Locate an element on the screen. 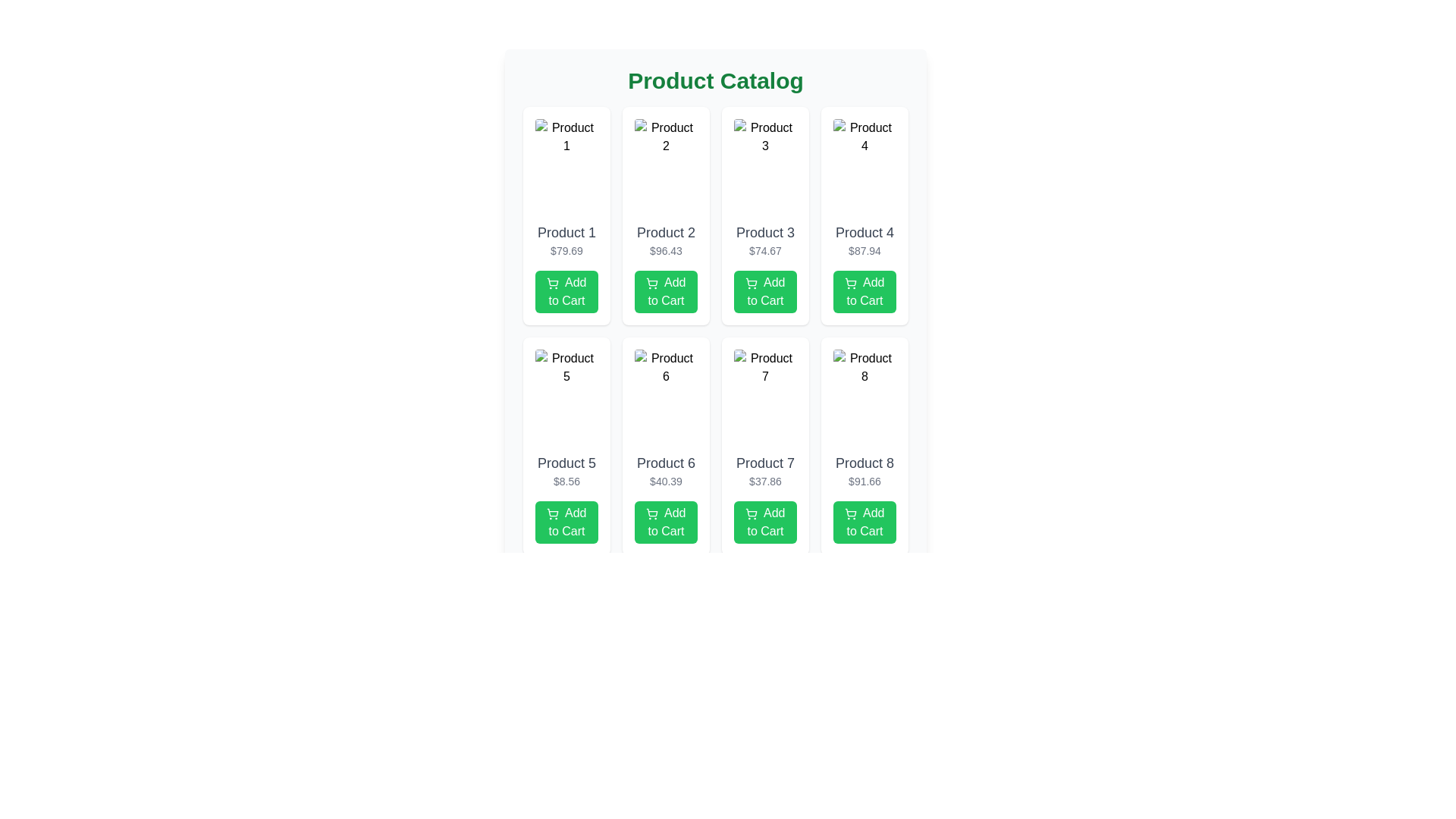  the 'Add to Cart' button icon for 'Product 7', located in the second row and third column of the product listing grid is located at coordinates (752, 513).